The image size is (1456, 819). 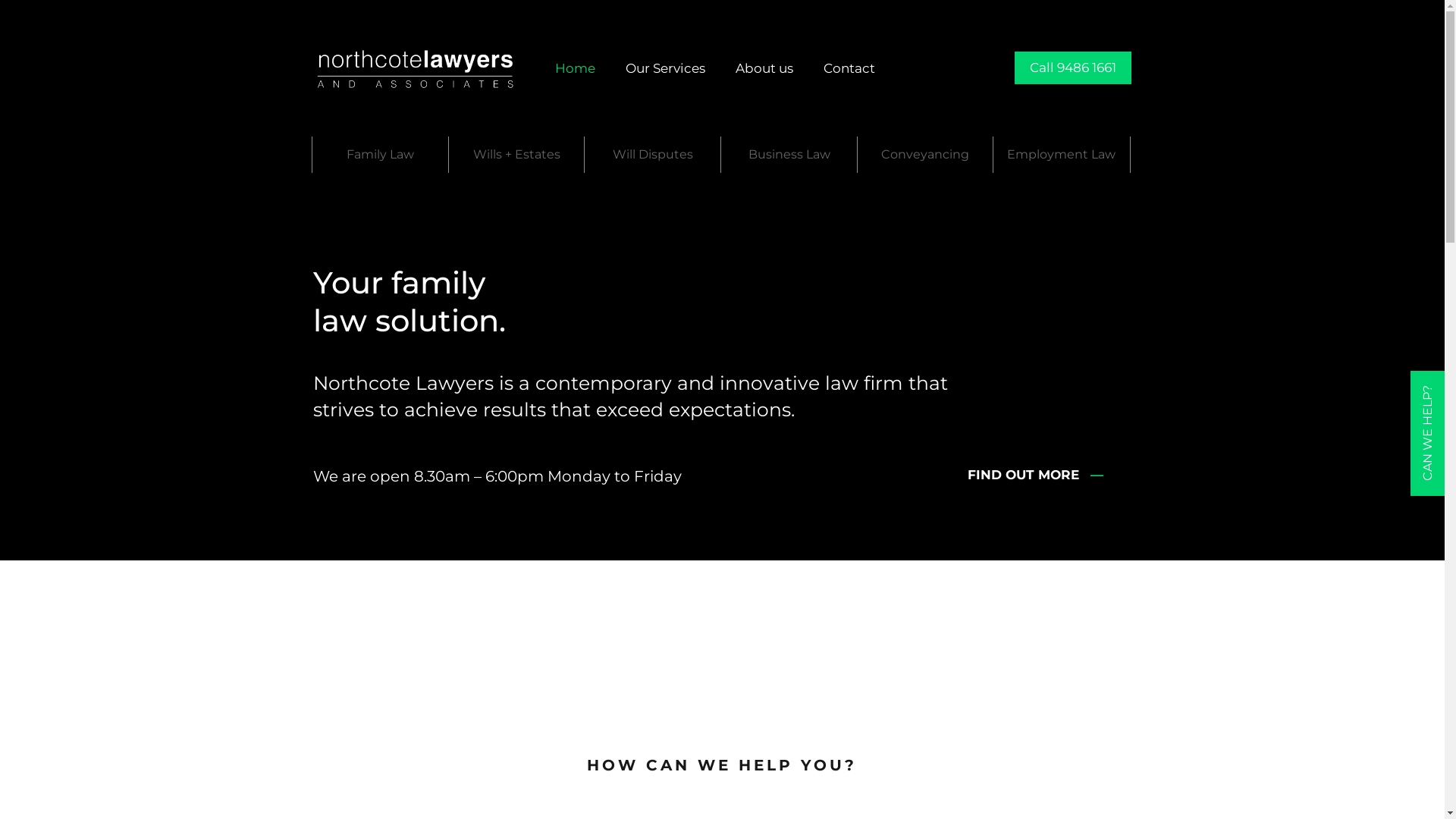 I want to click on 'About us', so click(x=764, y=67).